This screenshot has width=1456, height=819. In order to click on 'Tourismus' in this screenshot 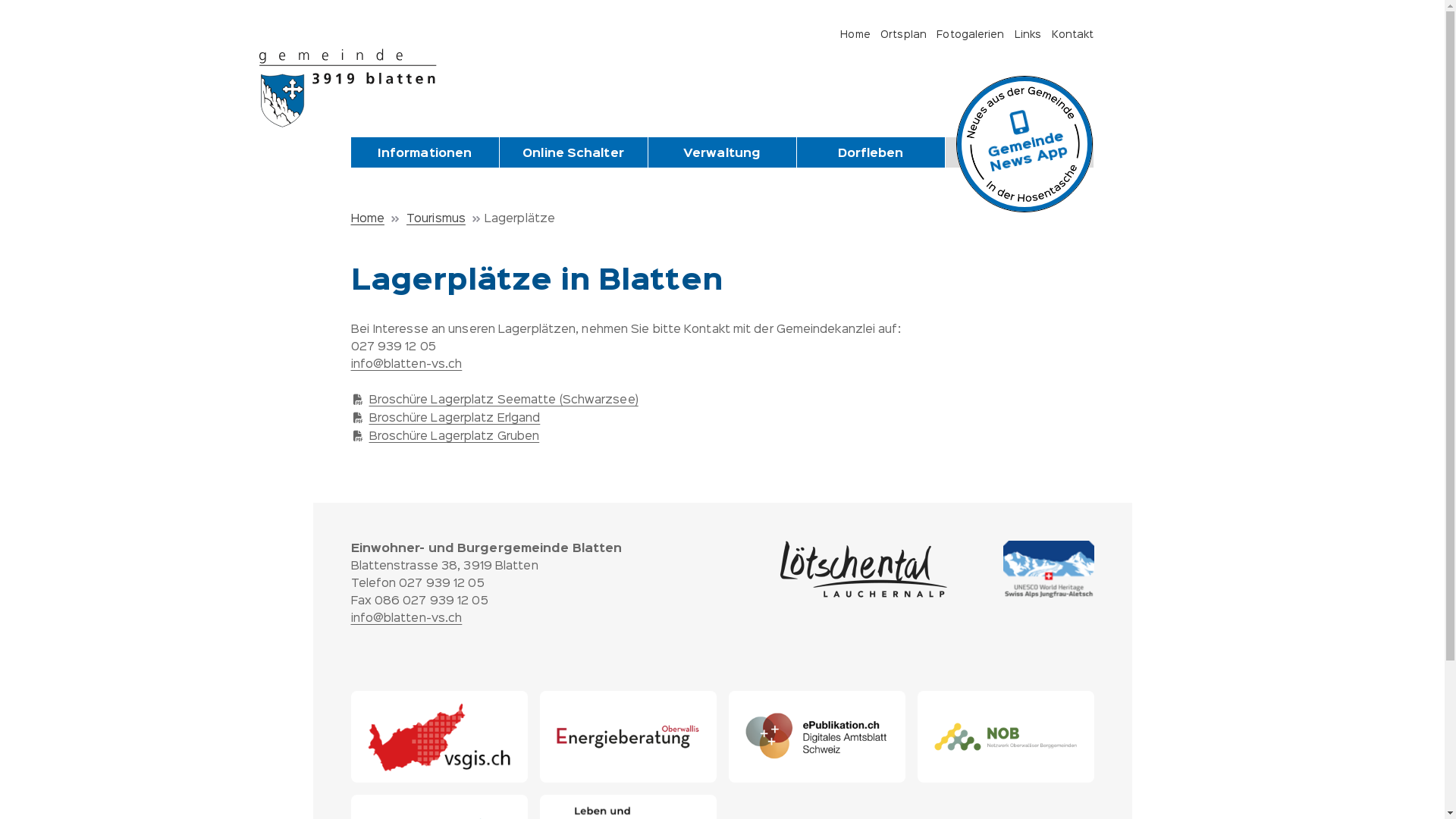, I will do `click(444, 219)`.